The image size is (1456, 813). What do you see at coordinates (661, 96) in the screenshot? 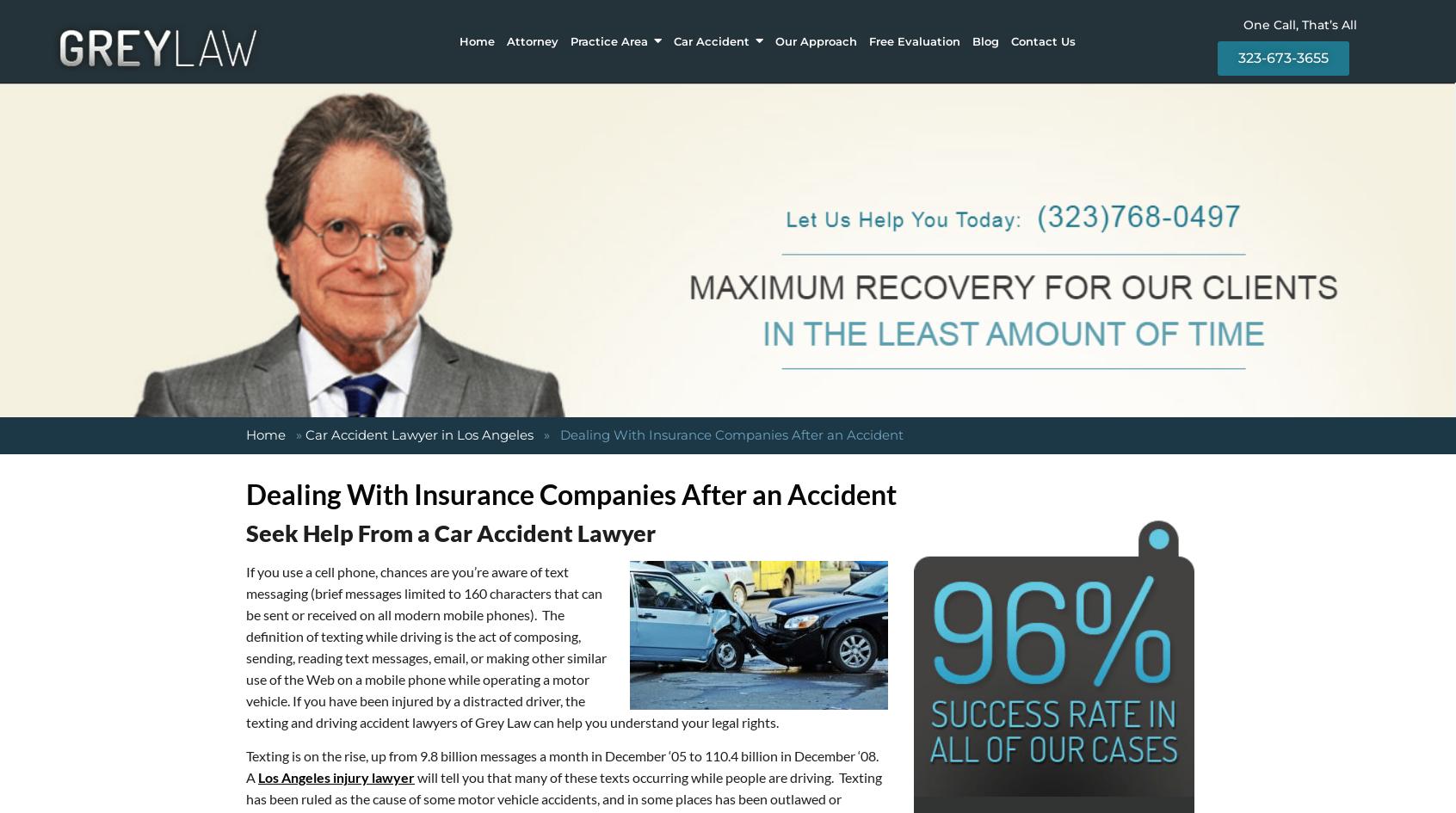
I see `'Filing A Police Report After A Car Accident'` at bounding box center [661, 96].